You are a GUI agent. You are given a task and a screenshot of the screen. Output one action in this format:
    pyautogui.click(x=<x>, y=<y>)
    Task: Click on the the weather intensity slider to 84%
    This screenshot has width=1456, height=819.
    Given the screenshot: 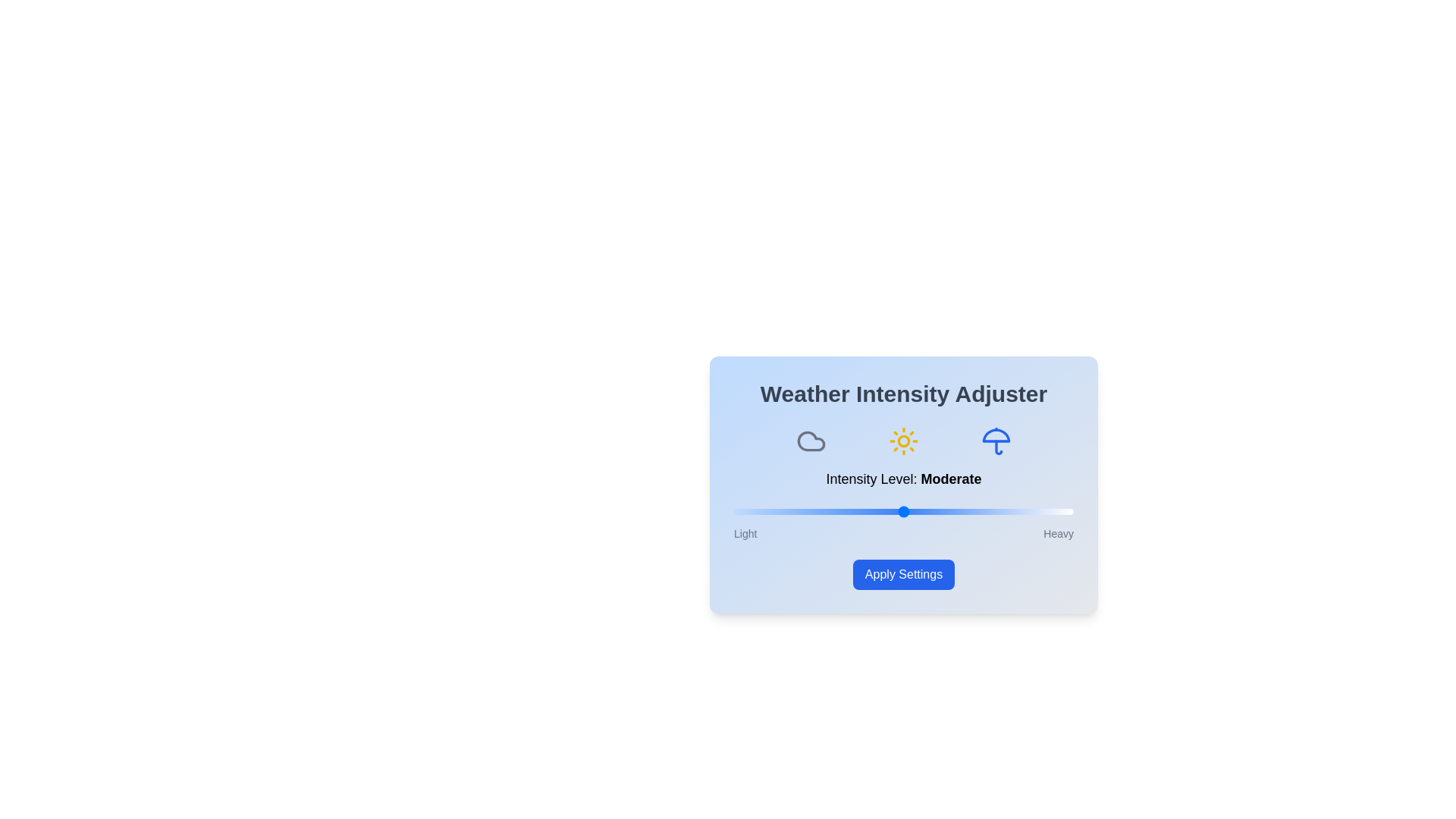 What is the action you would take?
    pyautogui.click(x=1019, y=512)
    